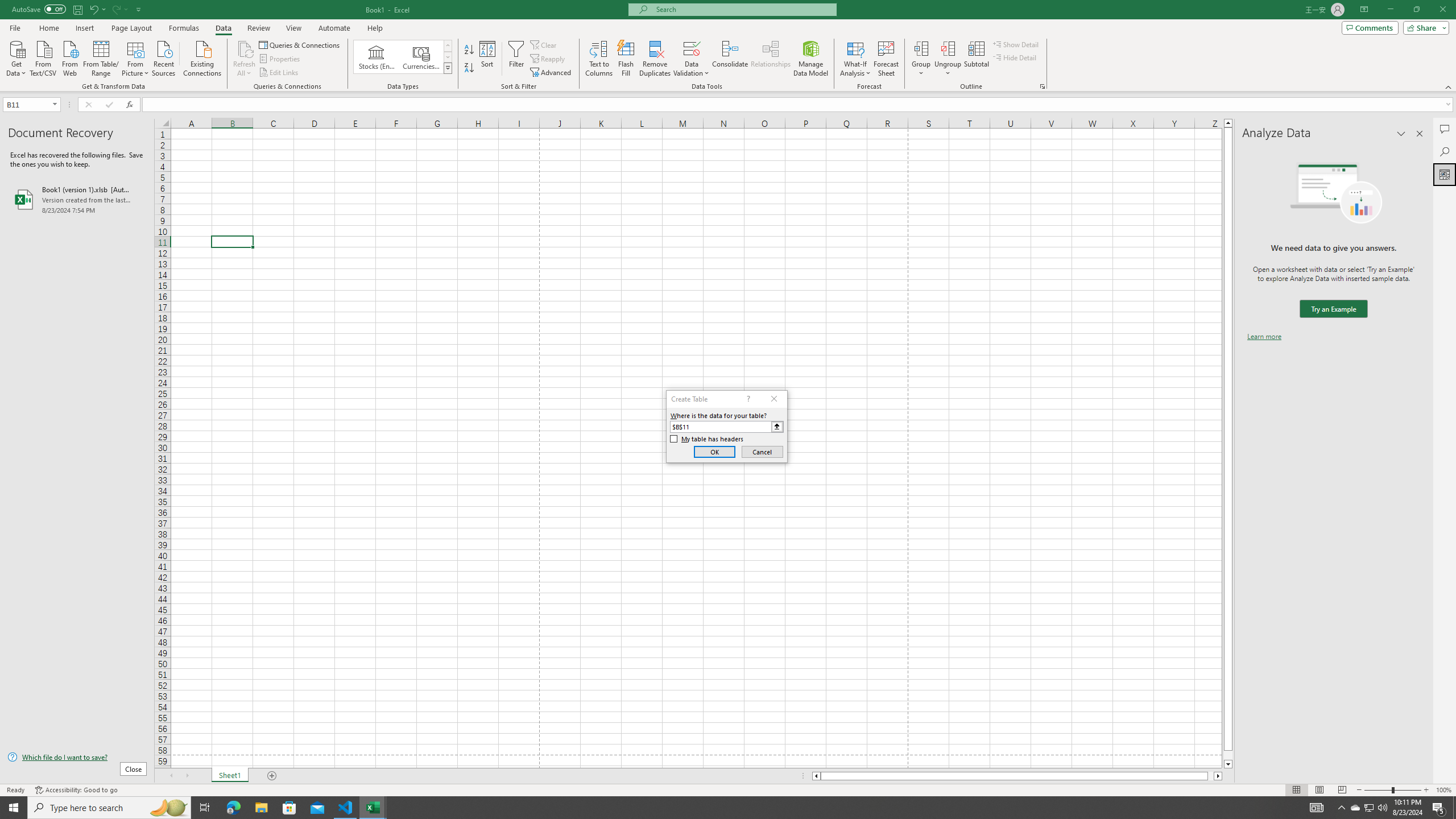  Describe the element at coordinates (549, 59) in the screenshot. I see `'Reapply'` at that location.